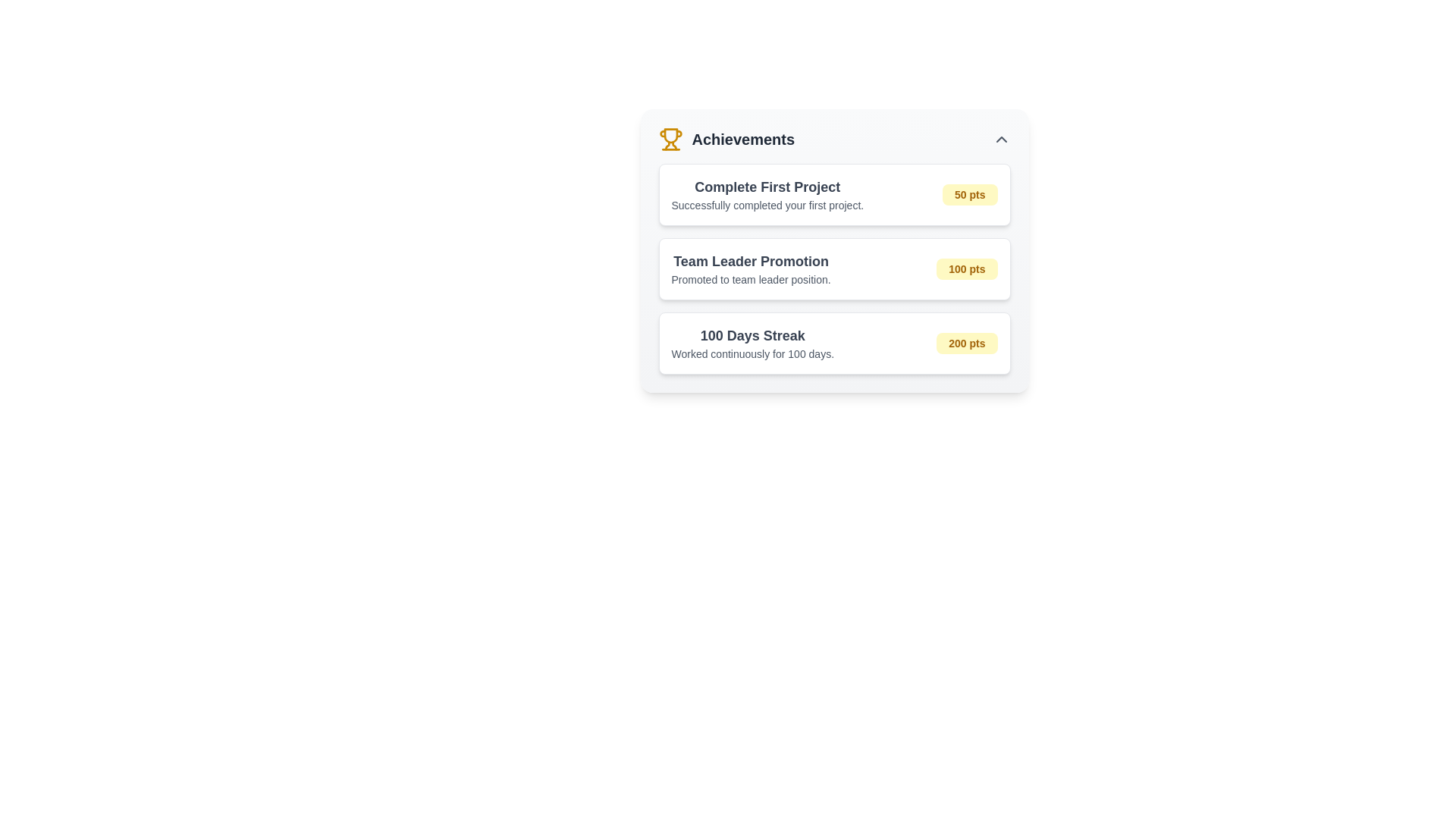  I want to click on the Text Display element that indicates the achievement of being promoted to team leader, located between 'Complete First Project' and '100 Days Streak', and to the left of the yellow badge displaying '100 pts', so click(751, 268).